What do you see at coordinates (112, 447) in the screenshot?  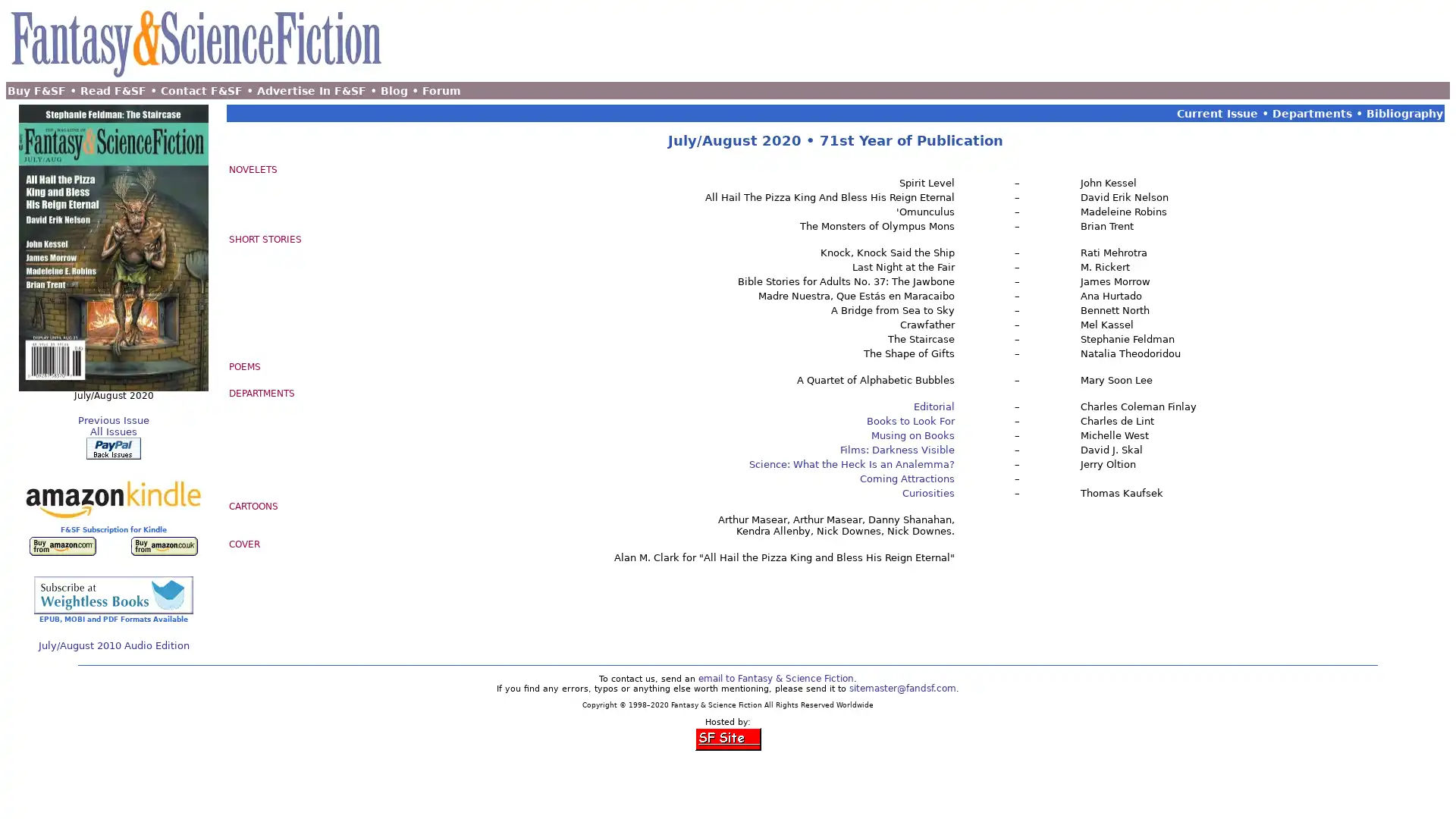 I see `$8.99 - July/August 2020 issue of The Magazine of Fantasy & Science Fiction + $2.00 - Postage` at bounding box center [112, 447].